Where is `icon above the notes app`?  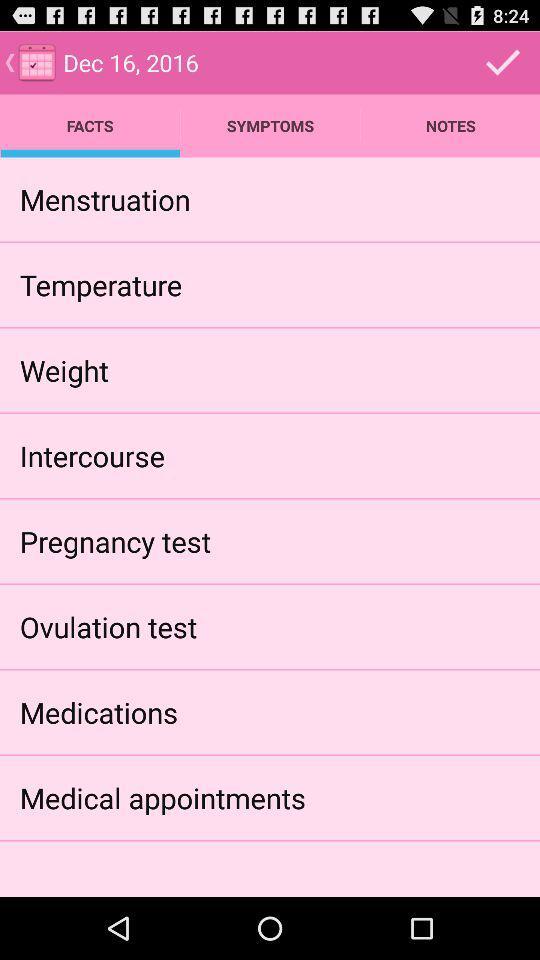 icon above the notes app is located at coordinates (502, 62).